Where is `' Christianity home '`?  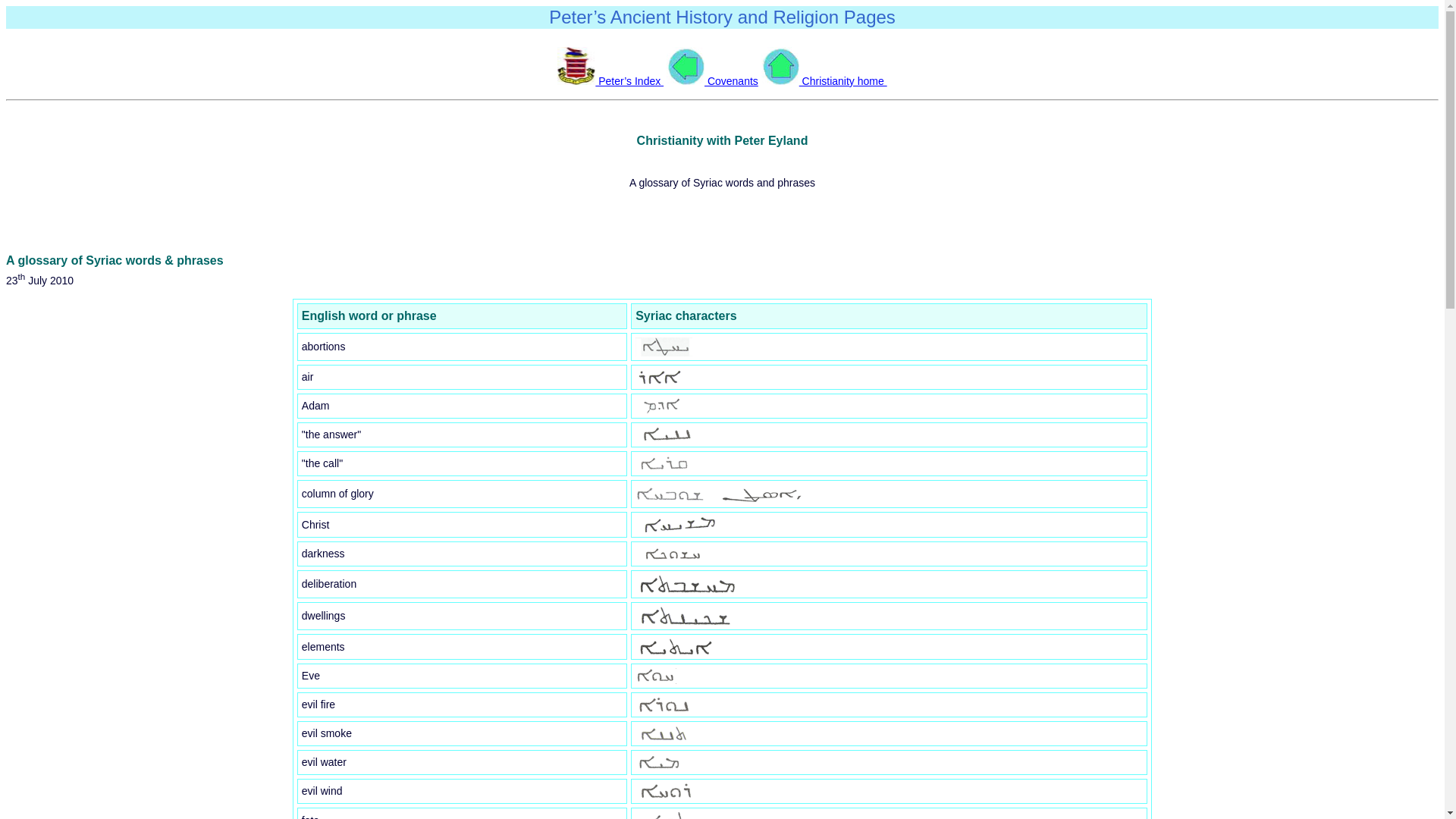 ' Christianity home ' is located at coordinates (761, 81).